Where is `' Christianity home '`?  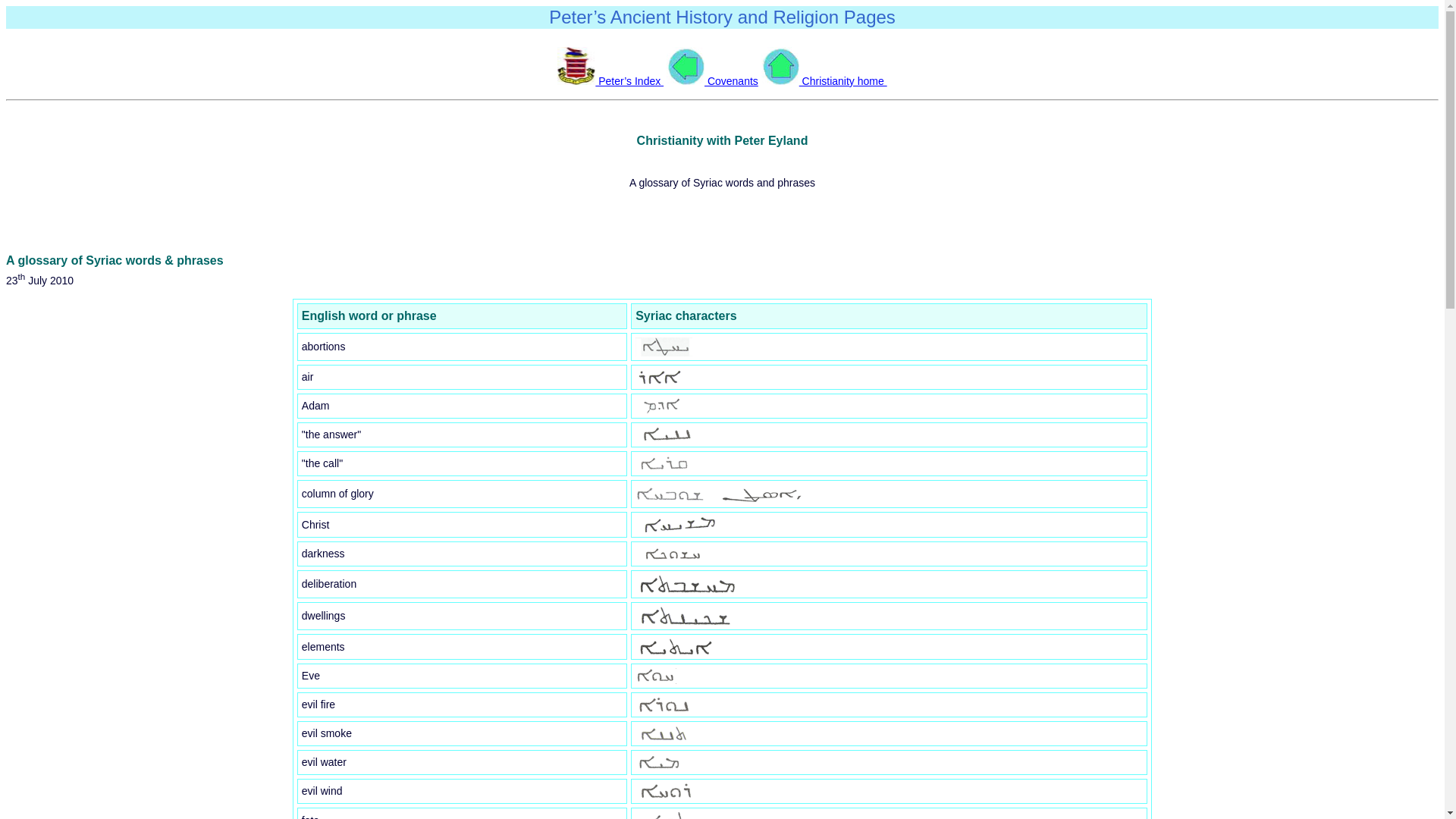 ' Christianity home ' is located at coordinates (761, 81).